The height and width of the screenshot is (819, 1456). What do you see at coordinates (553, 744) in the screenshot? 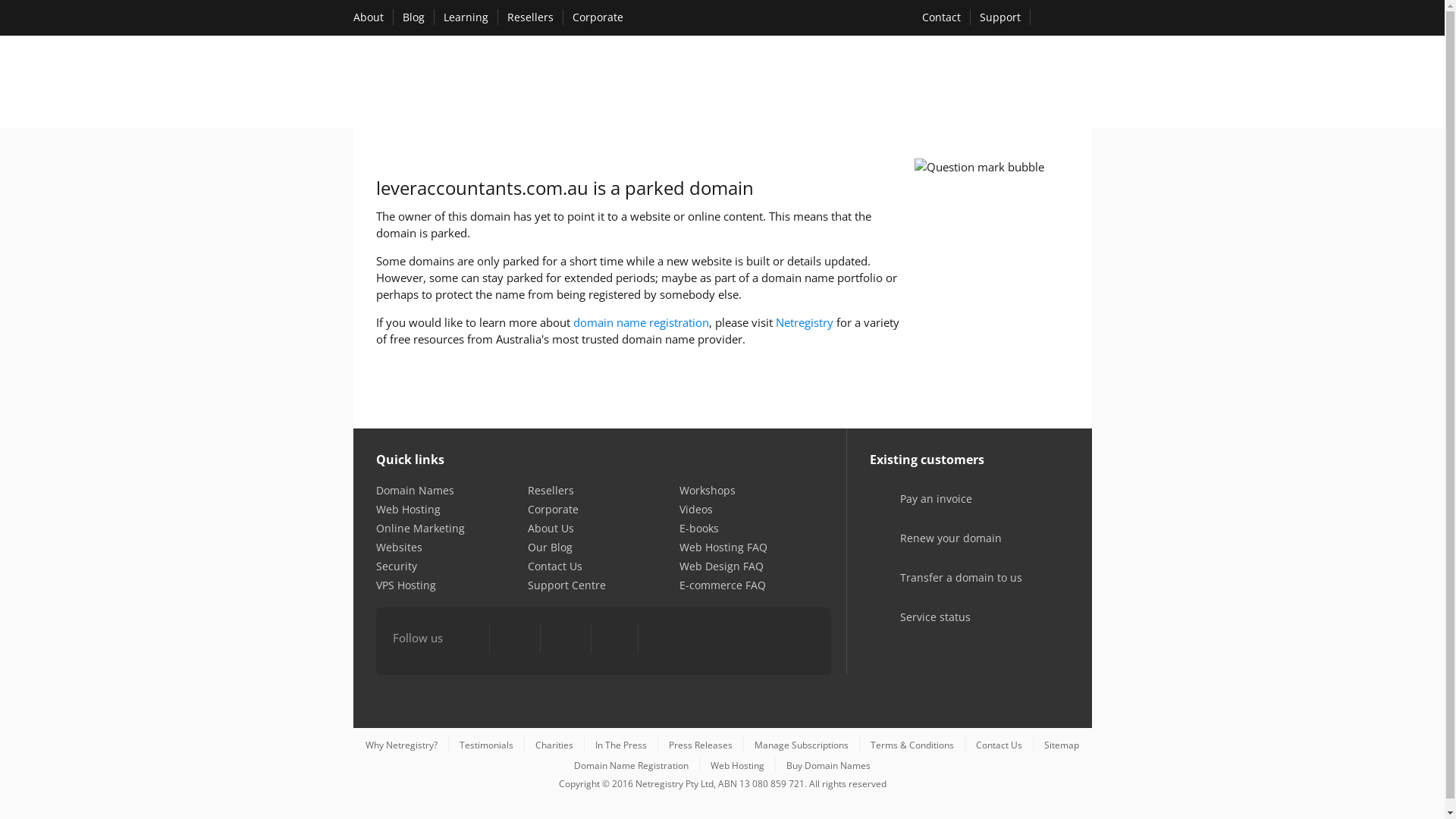
I see `'Charities'` at bounding box center [553, 744].